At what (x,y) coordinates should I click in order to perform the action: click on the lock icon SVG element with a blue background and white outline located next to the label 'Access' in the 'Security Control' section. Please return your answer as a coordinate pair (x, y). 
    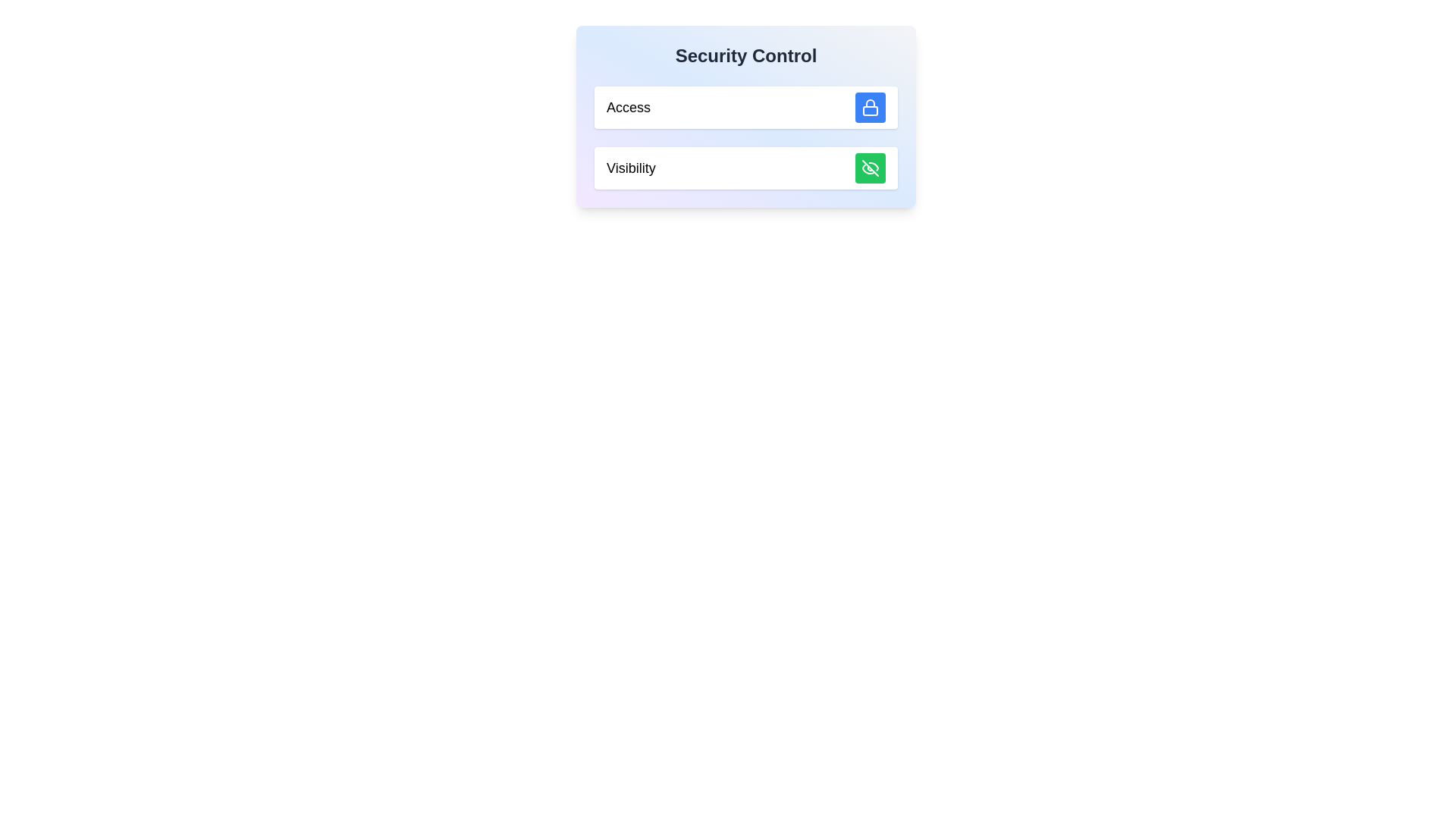
    Looking at the image, I should click on (870, 107).